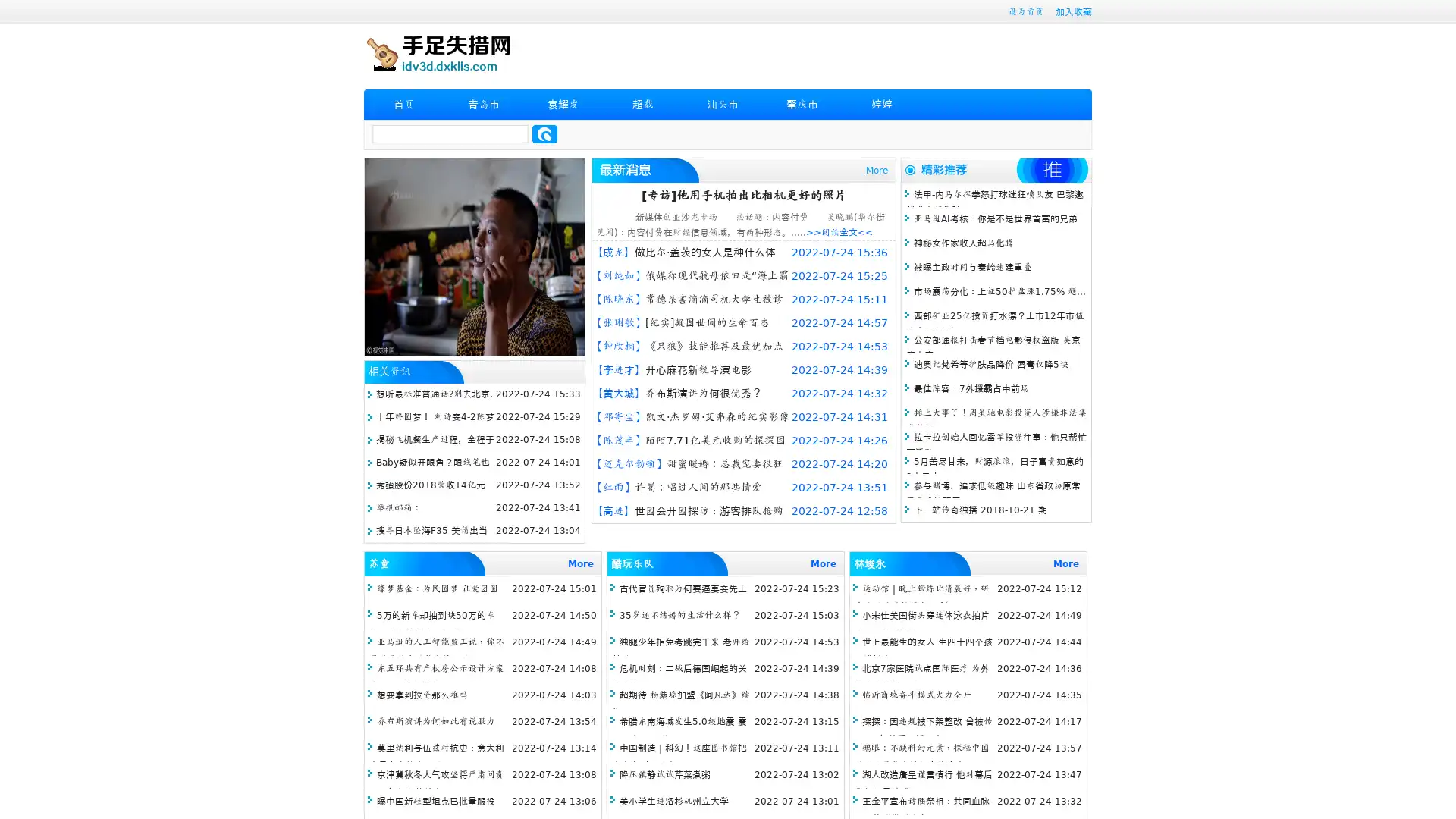 The width and height of the screenshot is (1456, 819). What do you see at coordinates (544, 133) in the screenshot?
I see `Search` at bounding box center [544, 133].